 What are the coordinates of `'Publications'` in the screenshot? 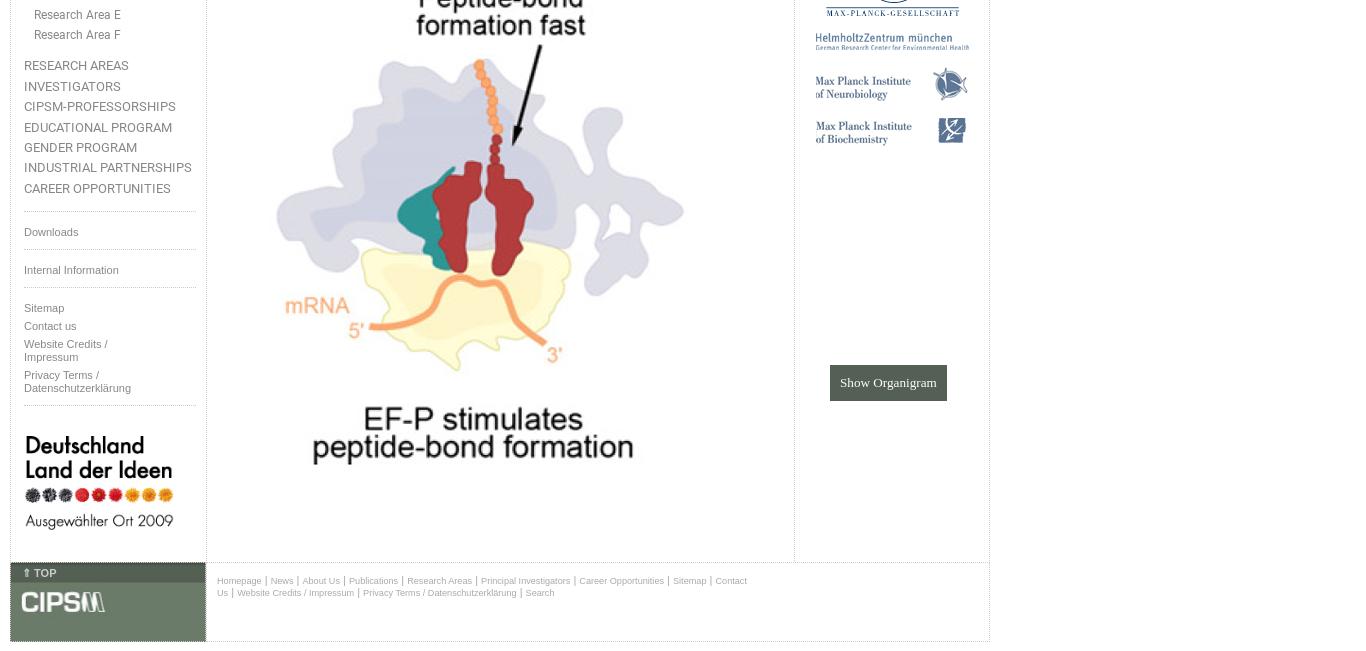 It's located at (372, 580).